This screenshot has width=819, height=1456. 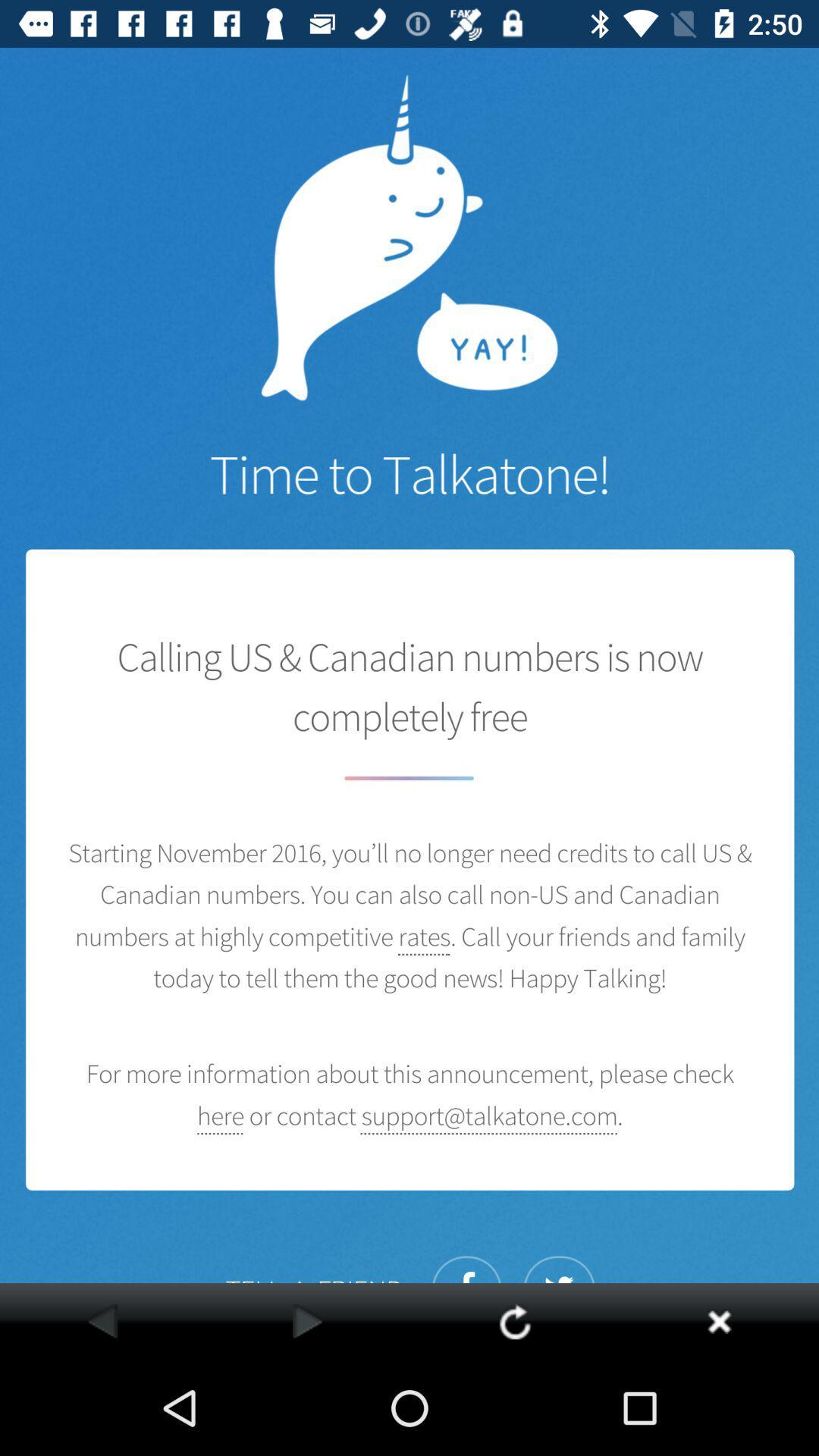 I want to click on put the wrong option, so click(x=718, y=1320).